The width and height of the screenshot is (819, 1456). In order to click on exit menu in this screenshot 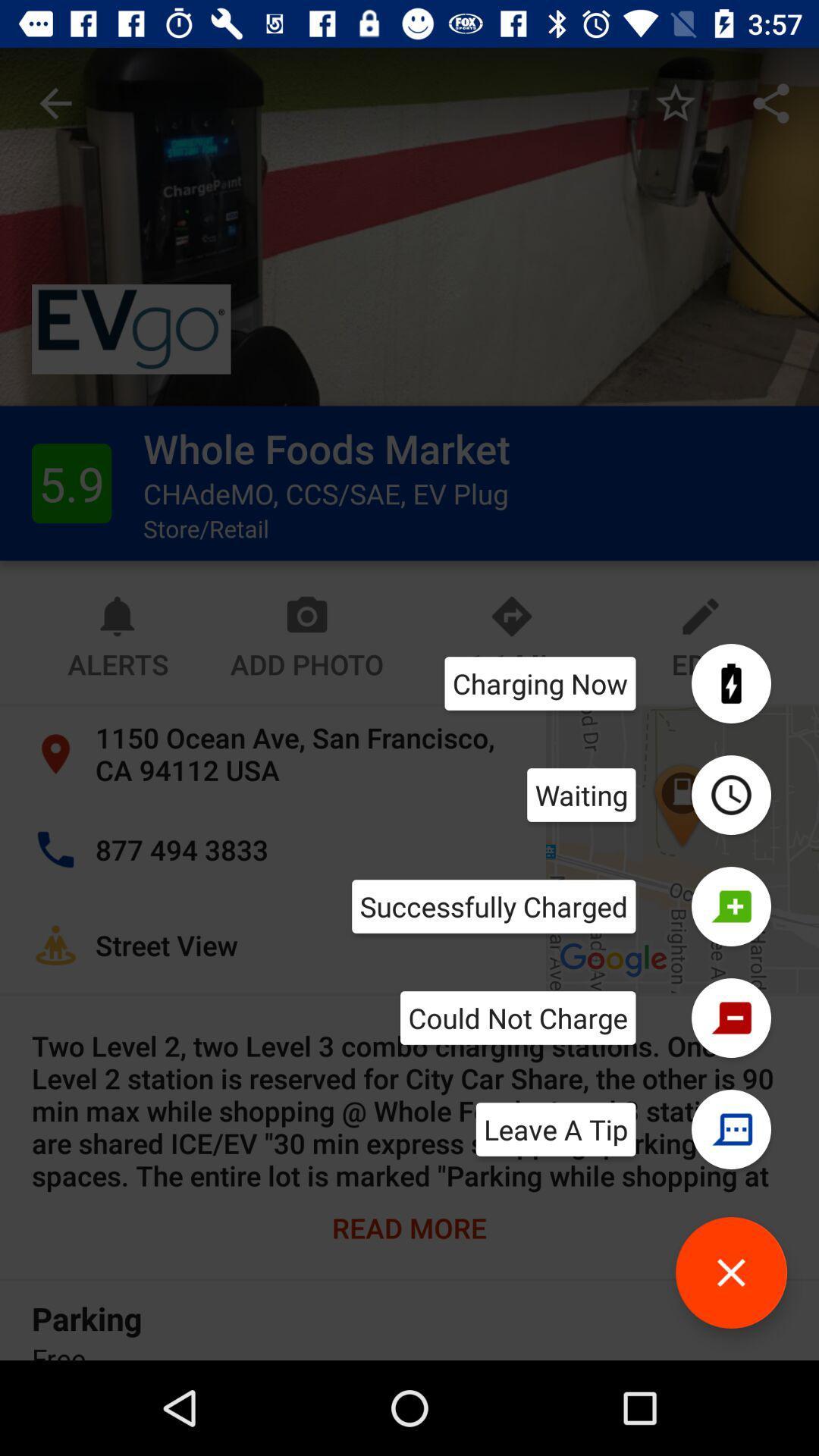, I will do `click(730, 1272)`.